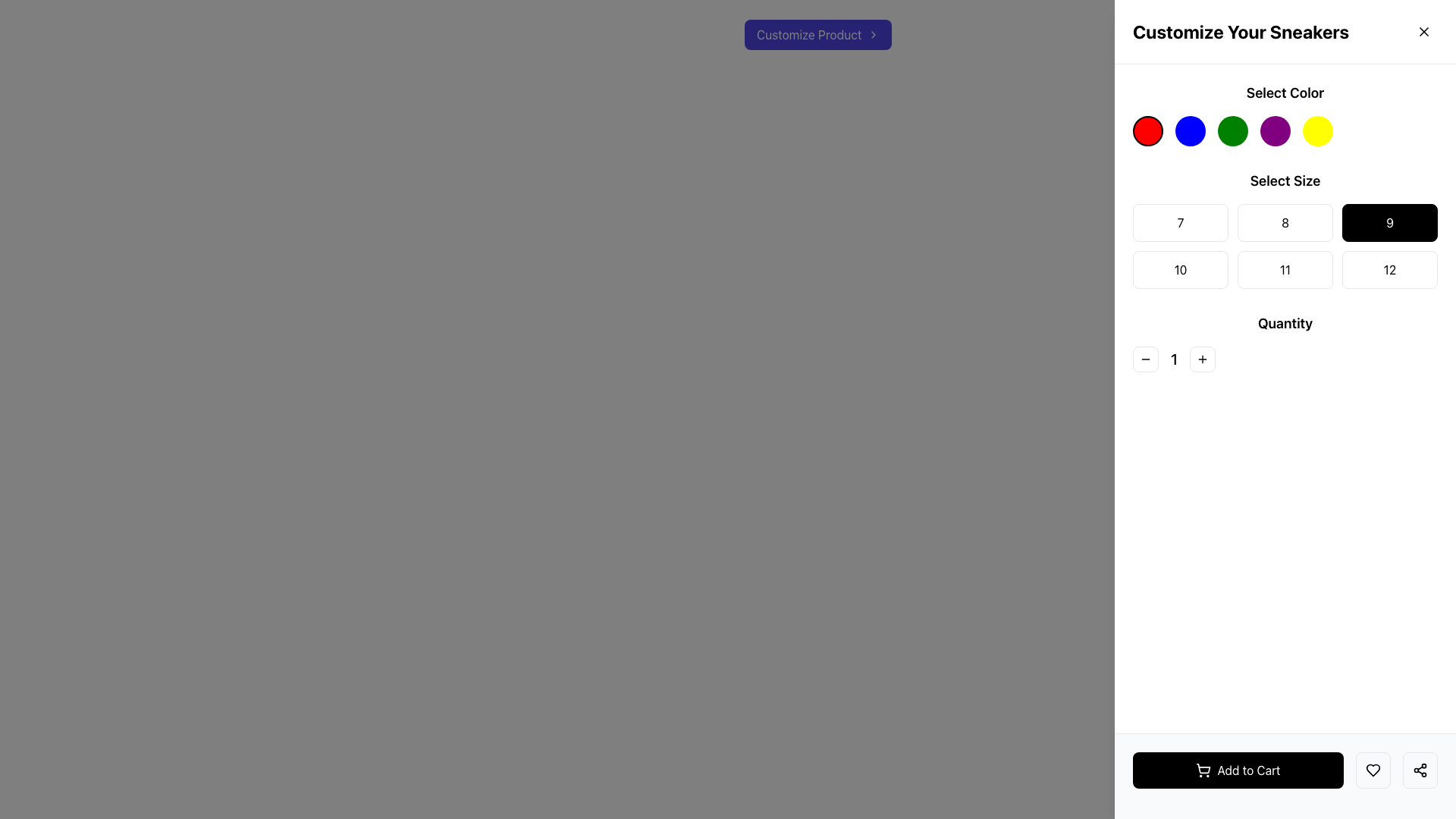  What do you see at coordinates (1284, 222) in the screenshot?
I see `the size selection button located in the second column of the top row in a 3x2 grid layout` at bounding box center [1284, 222].